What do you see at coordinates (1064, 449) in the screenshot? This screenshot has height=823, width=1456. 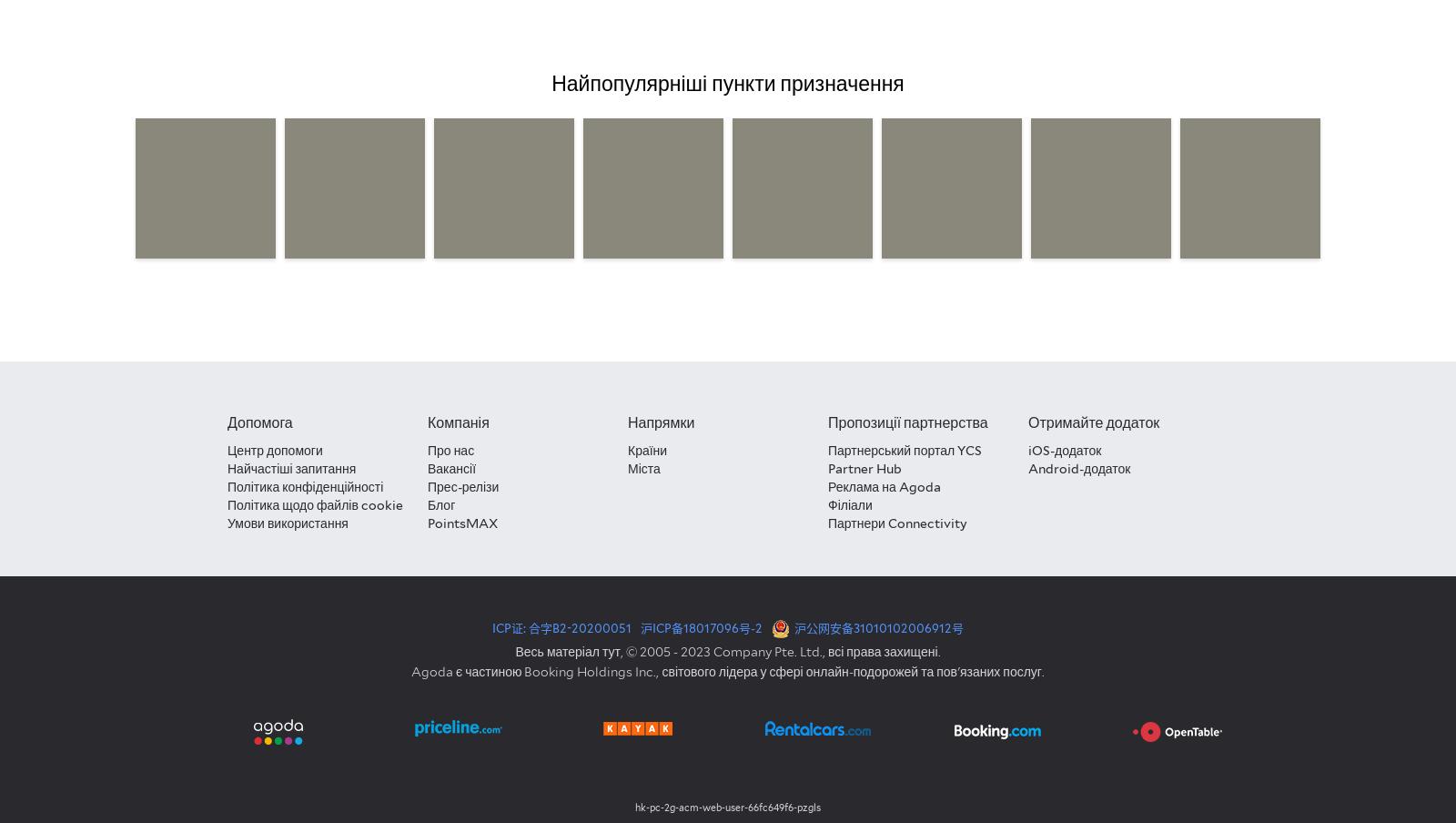 I see `'iOS-додаток'` at bounding box center [1064, 449].